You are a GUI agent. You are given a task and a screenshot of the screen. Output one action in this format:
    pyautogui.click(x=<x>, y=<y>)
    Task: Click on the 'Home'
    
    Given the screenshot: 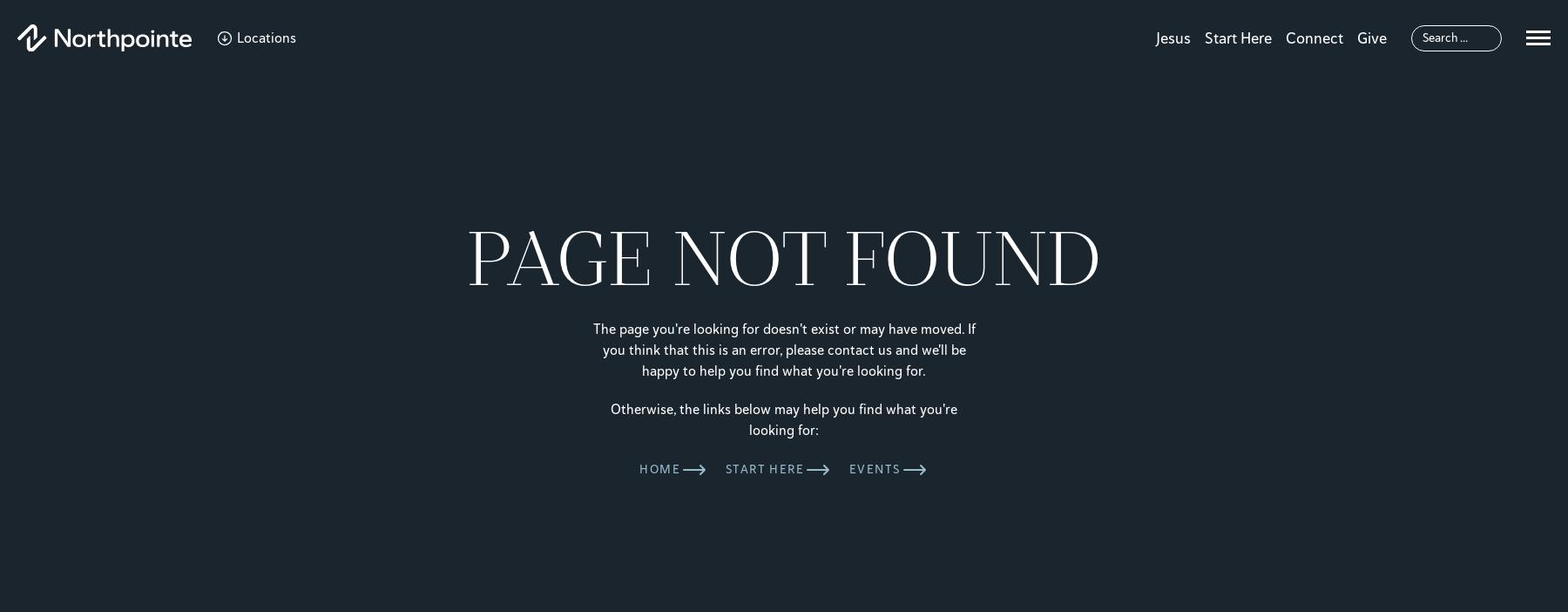 What is the action you would take?
    pyautogui.click(x=659, y=469)
    